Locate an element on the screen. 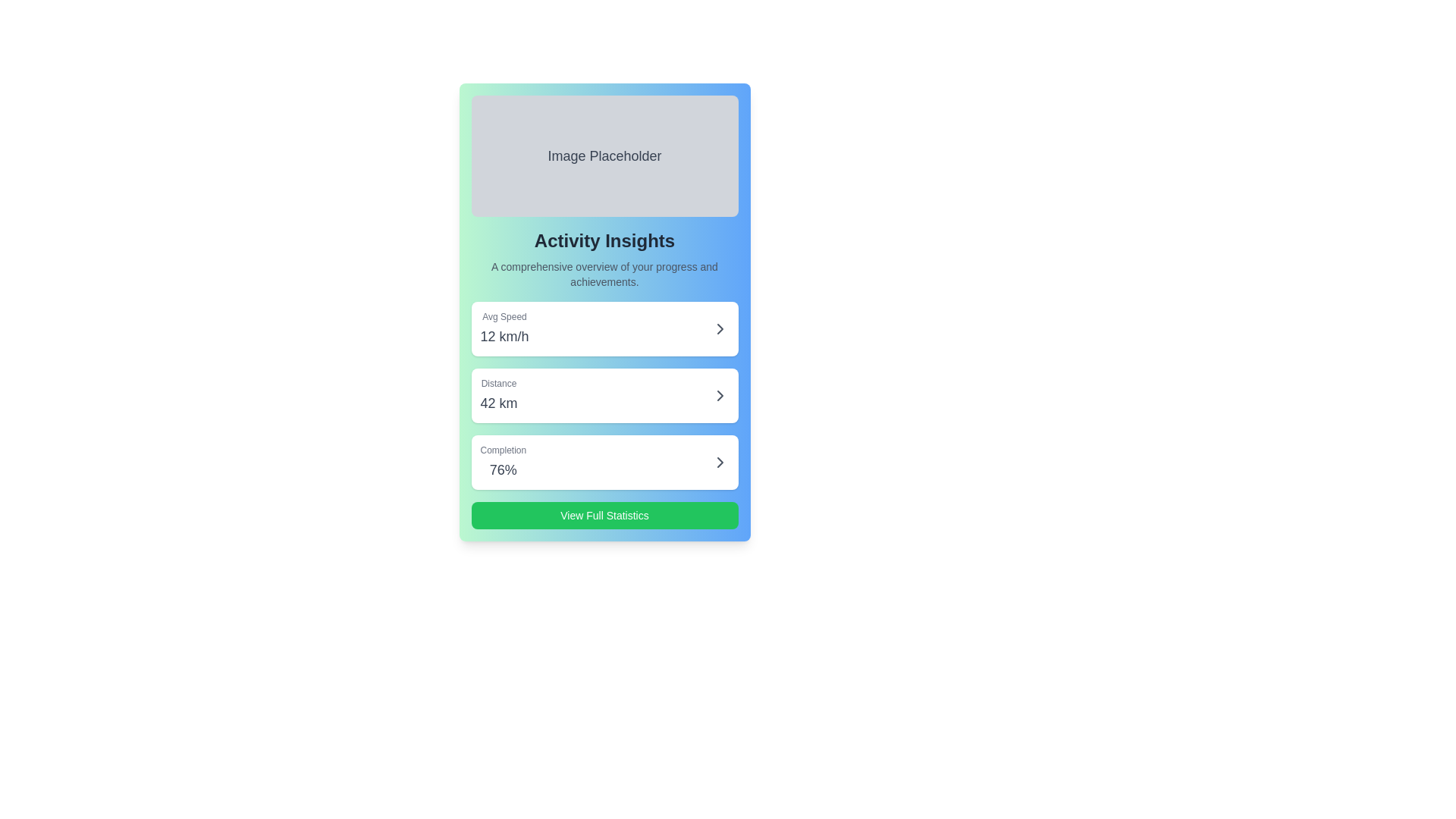 The width and height of the screenshot is (1456, 819). the static text label displaying '42 km', which is styled in medium gray and is positioned directly below the 'Distance' label in the central column is located at coordinates (498, 403).